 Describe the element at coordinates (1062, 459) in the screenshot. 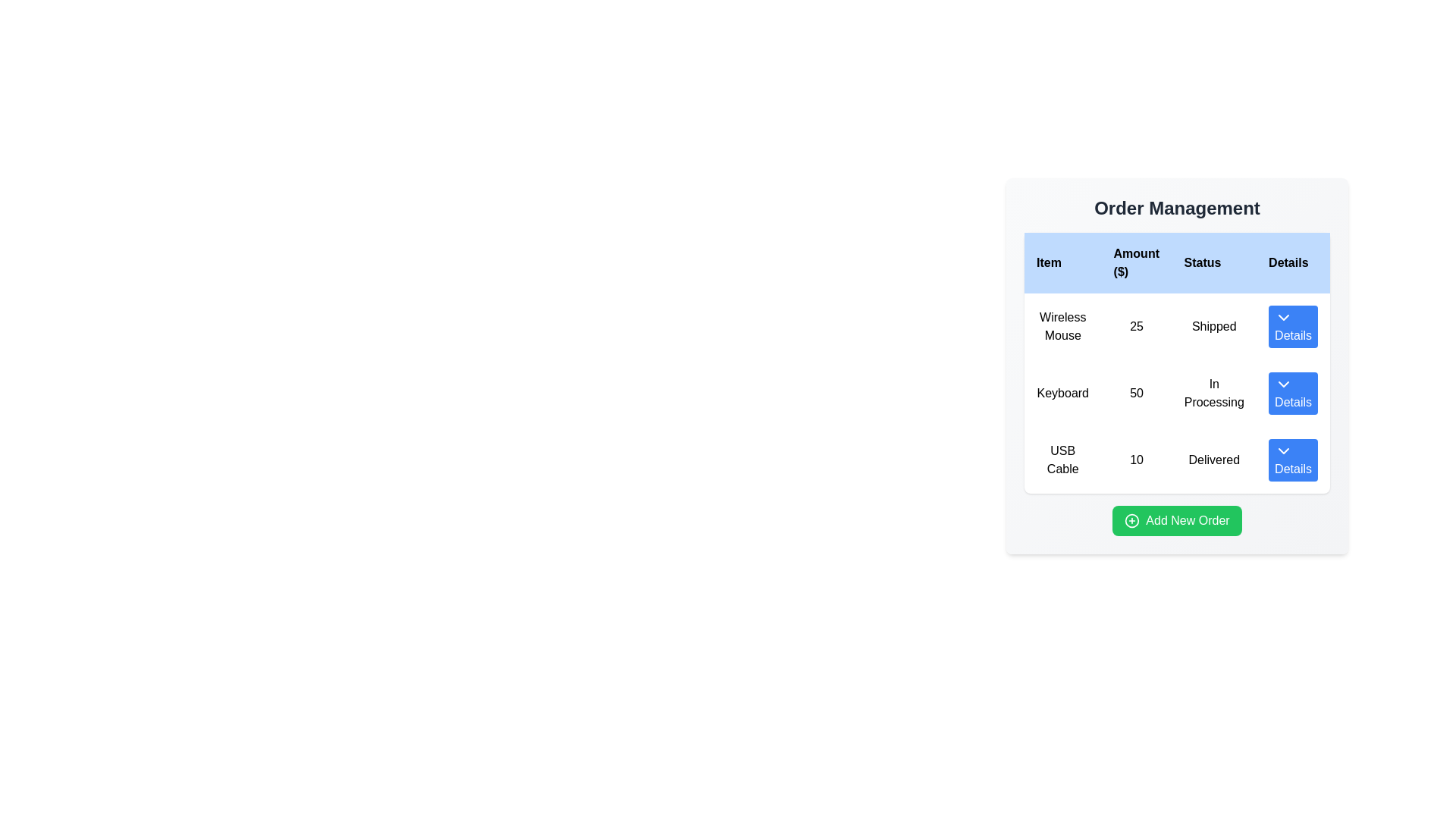

I see `the static text label that identifies a product in the order management interface, located at the bottom-left of the table` at that location.